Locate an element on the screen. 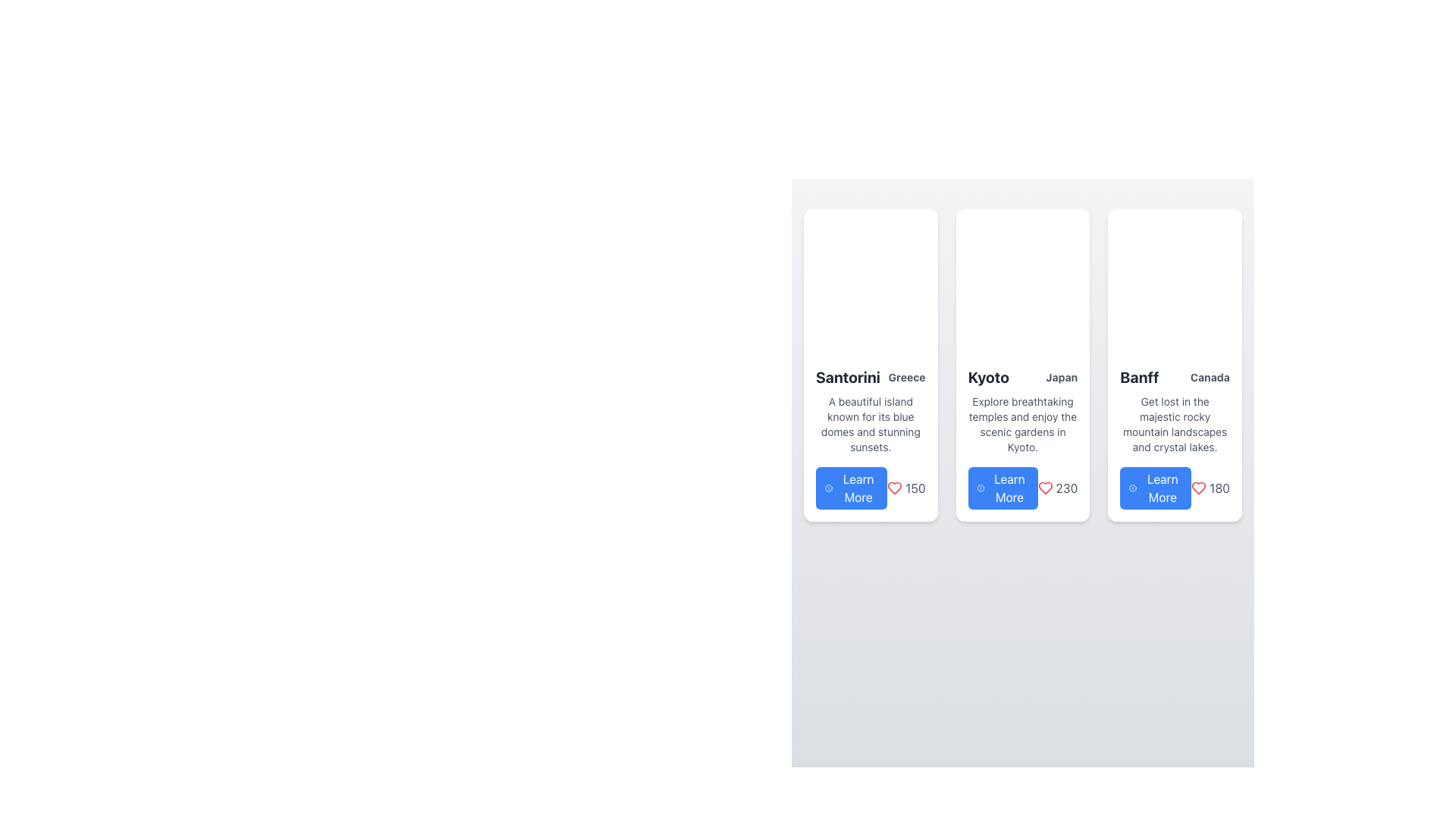 Image resolution: width=1456 pixels, height=819 pixels. the 'Learn More' button within the Card that provides information about Kyoto, Japan, to trigger hover effects is located at coordinates (1022, 438).